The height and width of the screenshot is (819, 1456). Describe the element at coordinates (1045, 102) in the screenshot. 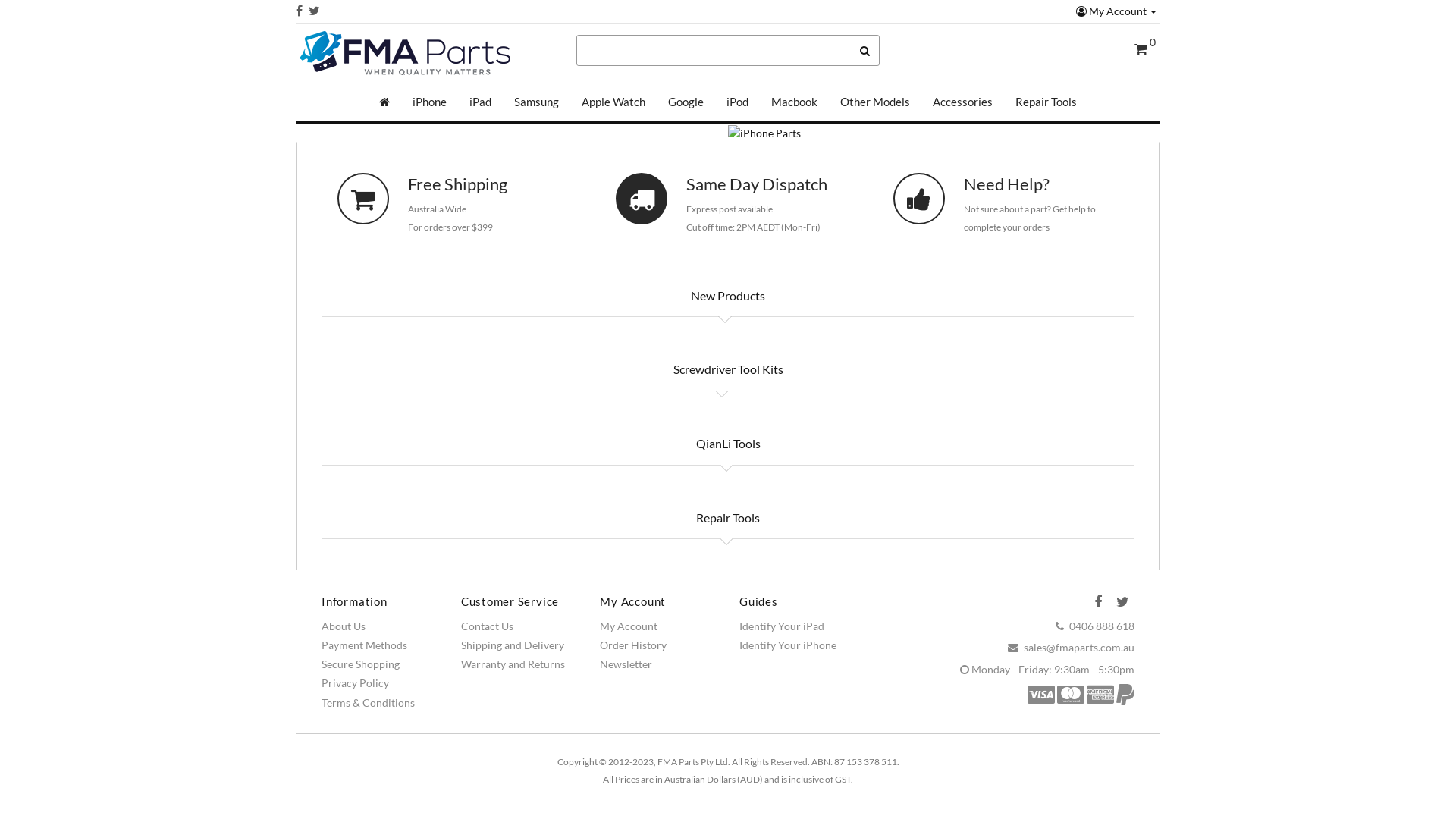

I see `'Repair Tools'` at that location.